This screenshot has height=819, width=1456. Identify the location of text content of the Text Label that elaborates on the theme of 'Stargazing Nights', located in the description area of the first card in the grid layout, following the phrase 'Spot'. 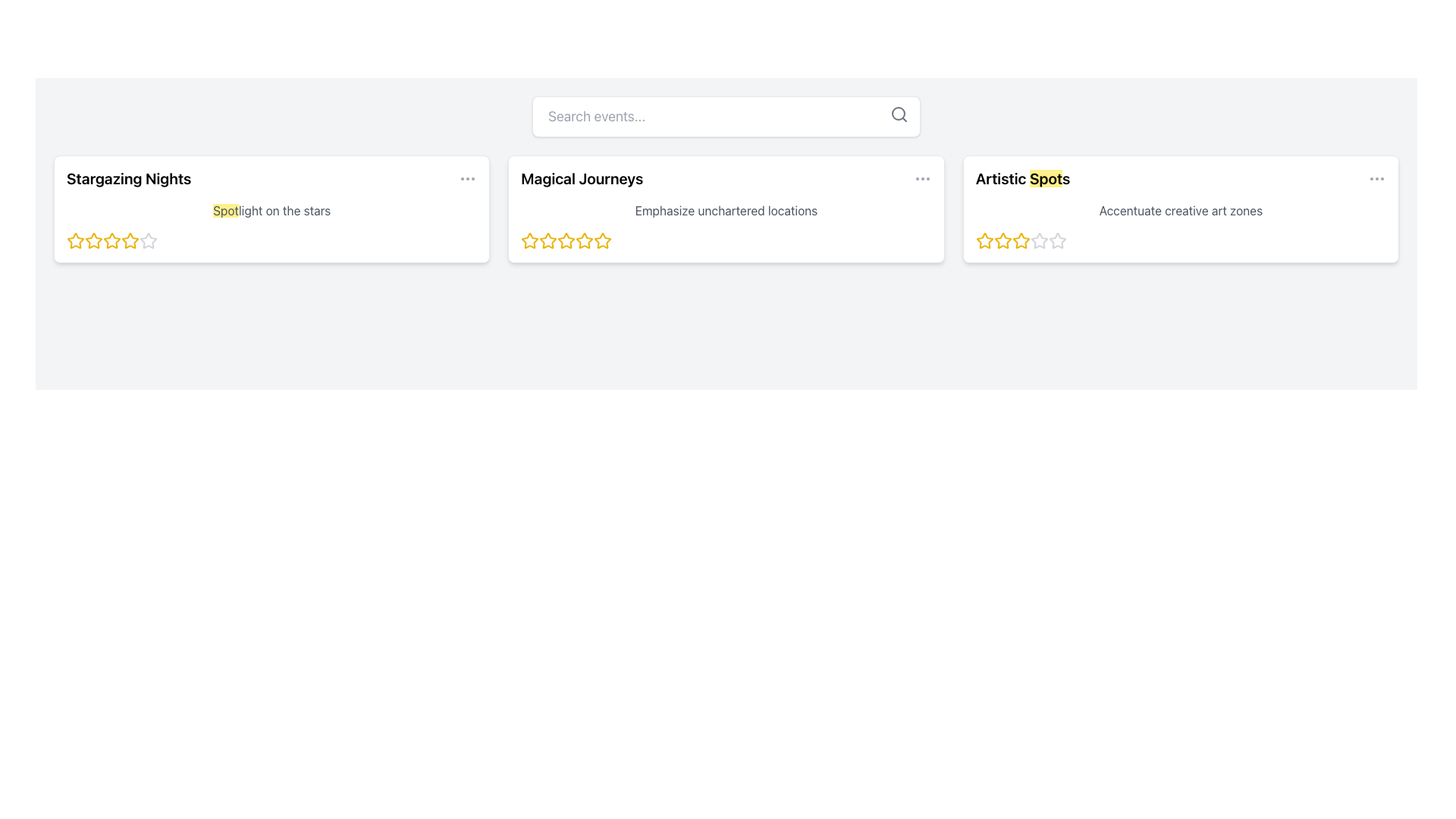
(284, 210).